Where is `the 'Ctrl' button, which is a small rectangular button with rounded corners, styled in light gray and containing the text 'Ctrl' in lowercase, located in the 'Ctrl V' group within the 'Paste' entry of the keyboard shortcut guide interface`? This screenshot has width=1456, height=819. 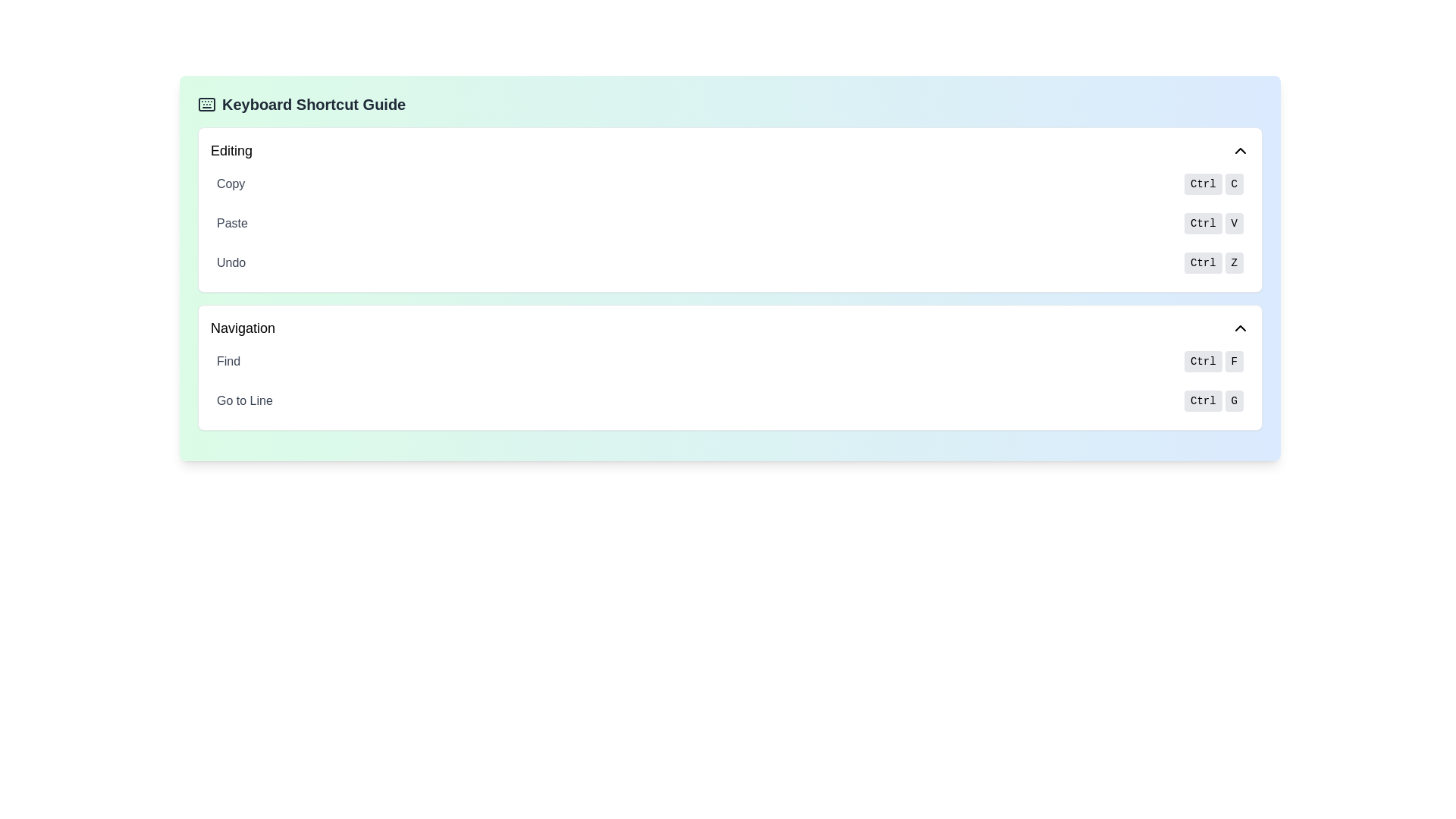
the 'Ctrl' button, which is a small rectangular button with rounded corners, styled in light gray and containing the text 'Ctrl' in lowercase, located in the 'Ctrl V' group within the 'Paste' entry of the keyboard shortcut guide interface is located at coordinates (1202, 223).